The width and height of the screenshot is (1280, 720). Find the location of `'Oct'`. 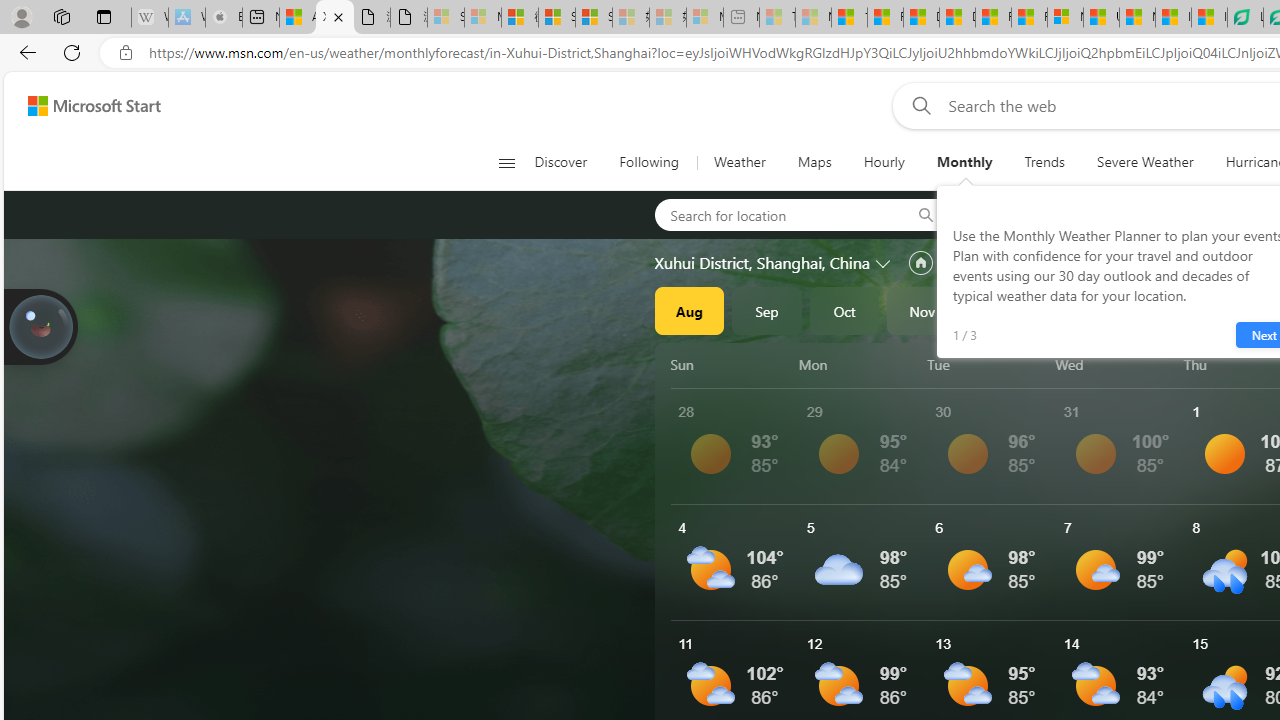

'Oct' is located at coordinates (844, 311).